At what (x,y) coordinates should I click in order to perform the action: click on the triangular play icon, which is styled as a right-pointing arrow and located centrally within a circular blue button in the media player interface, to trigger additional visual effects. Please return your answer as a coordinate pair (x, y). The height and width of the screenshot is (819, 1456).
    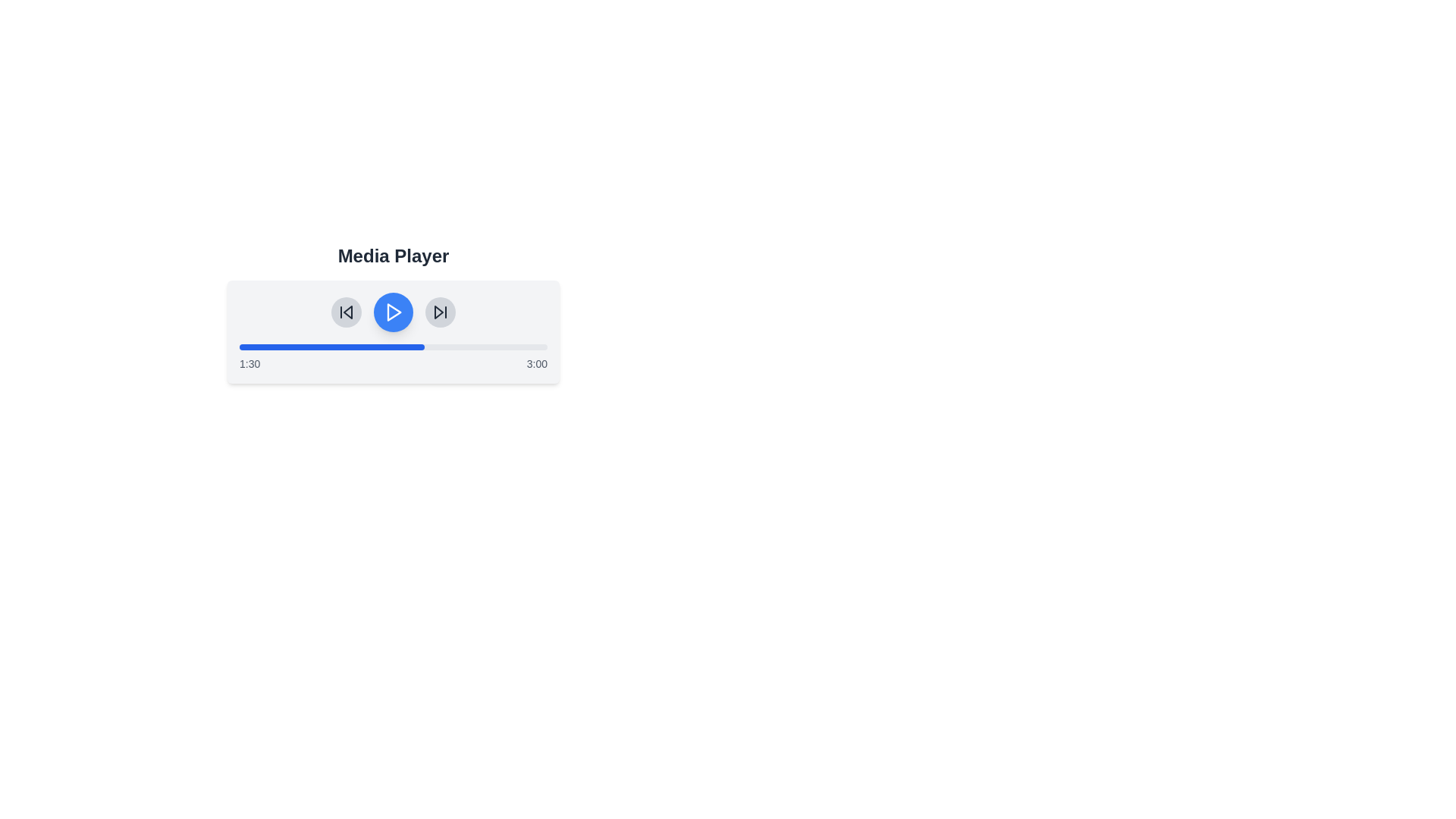
    Looking at the image, I should click on (393, 312).